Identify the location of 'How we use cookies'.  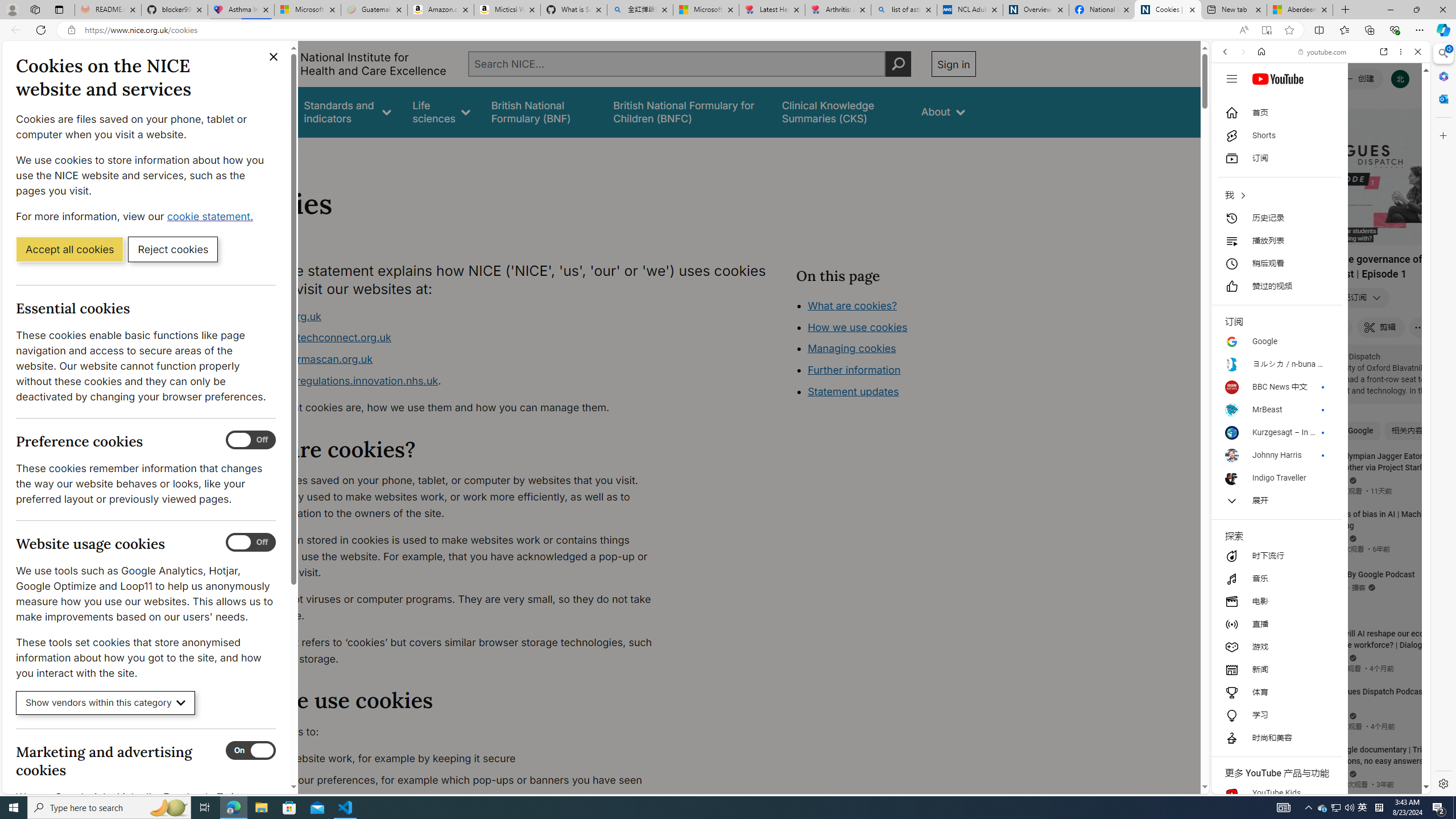
(857, 326).